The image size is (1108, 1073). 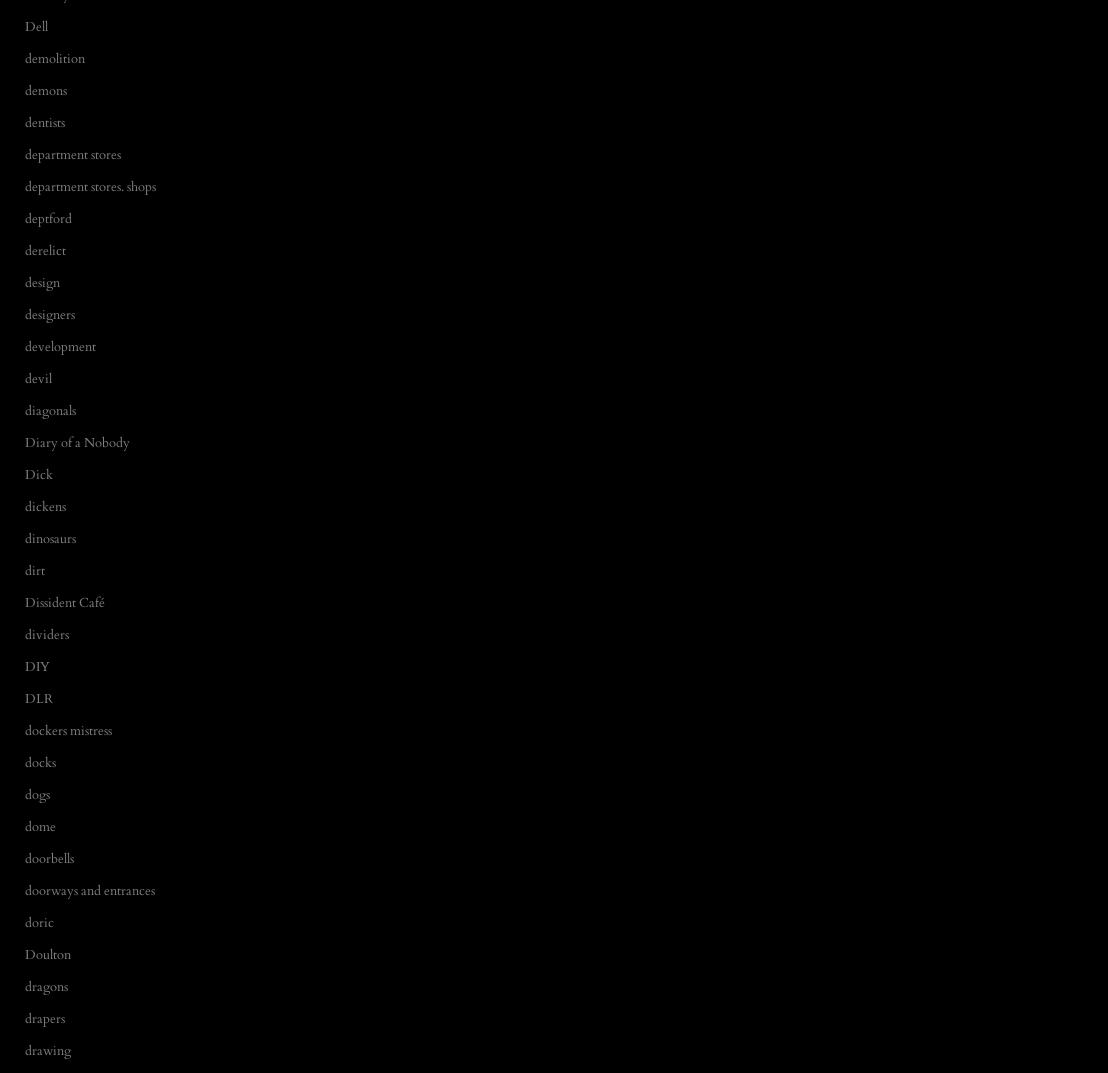 I want to click on 'development', so click(x=59, y=346).